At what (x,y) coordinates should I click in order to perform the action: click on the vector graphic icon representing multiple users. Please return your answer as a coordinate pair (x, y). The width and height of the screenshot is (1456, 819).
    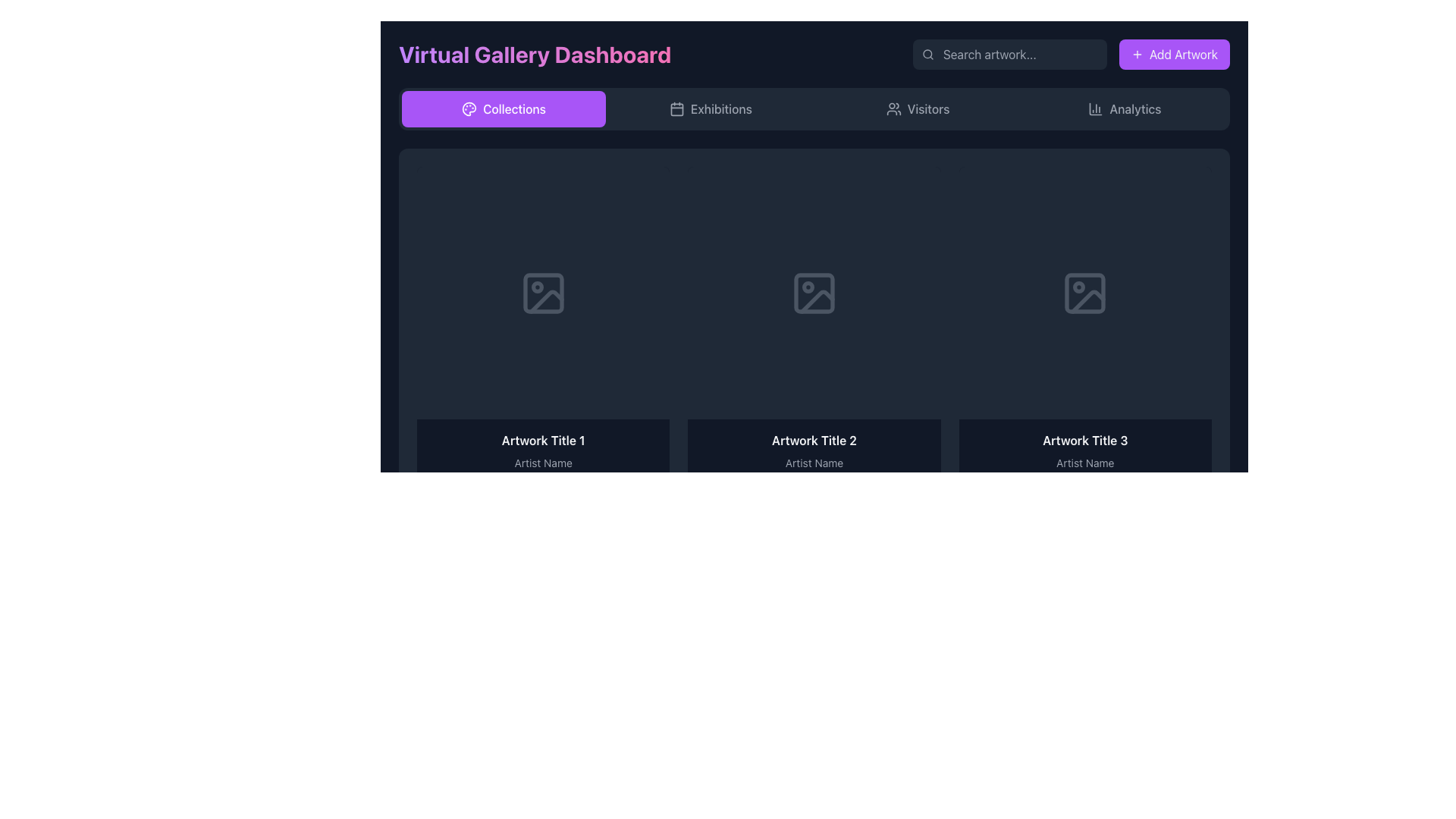
    Looking at the image, I should click on (893, 108).